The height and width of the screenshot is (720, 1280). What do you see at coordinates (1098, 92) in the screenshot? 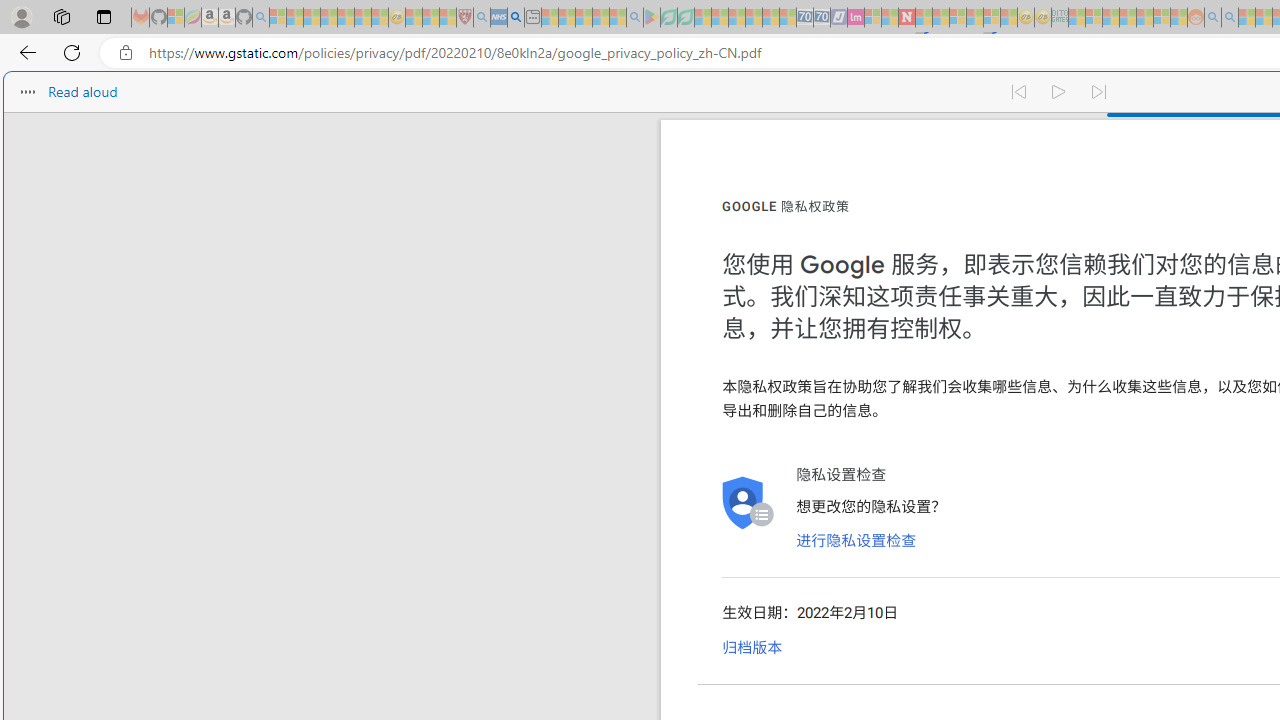
I see `'Read next paragraph'` at bounding box center [1098, 92].